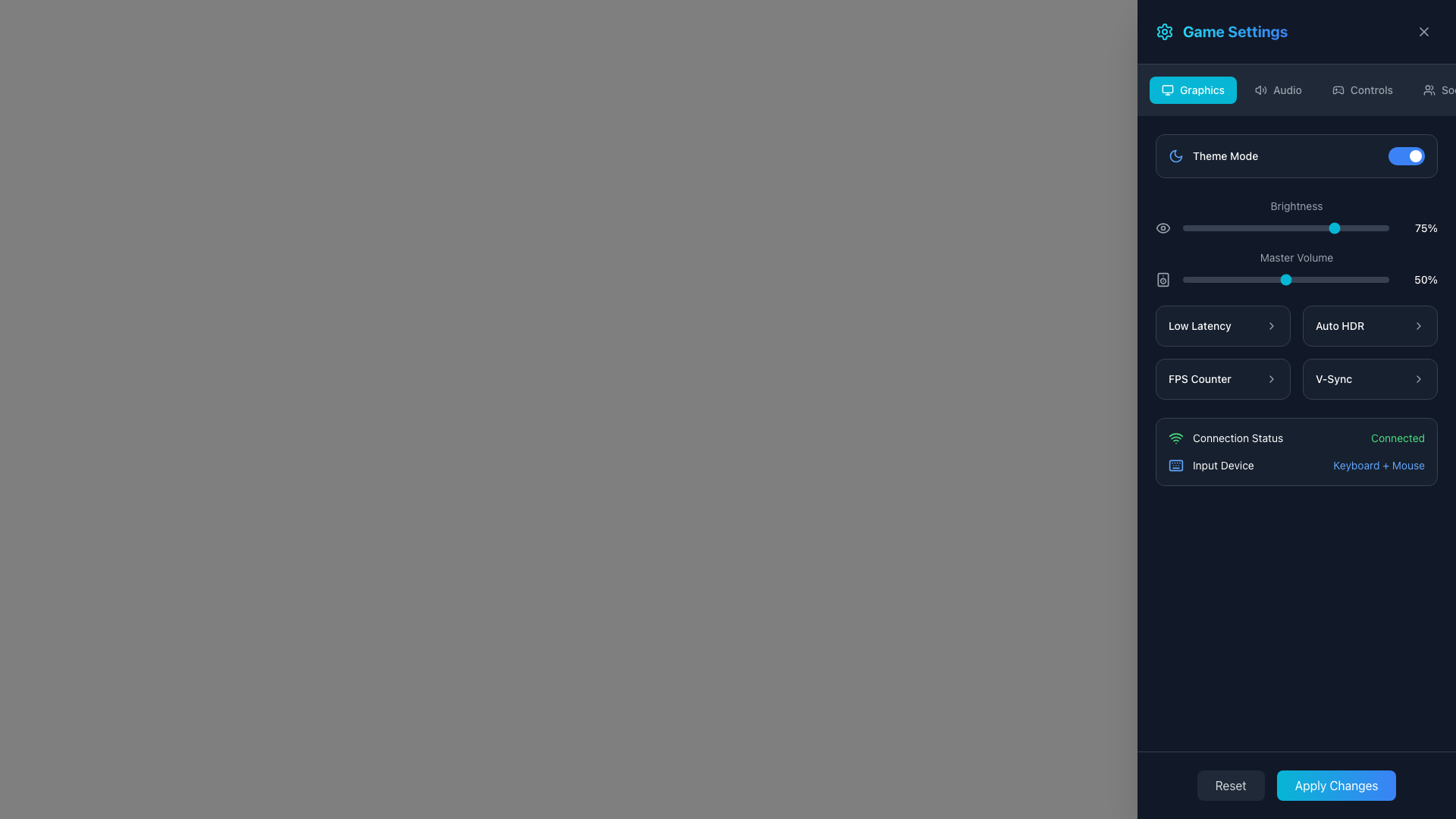 Image resolution: width=1456 pixels, height=819 pixels. I want to click on the 'Controls' button located, so click(1362, 90).